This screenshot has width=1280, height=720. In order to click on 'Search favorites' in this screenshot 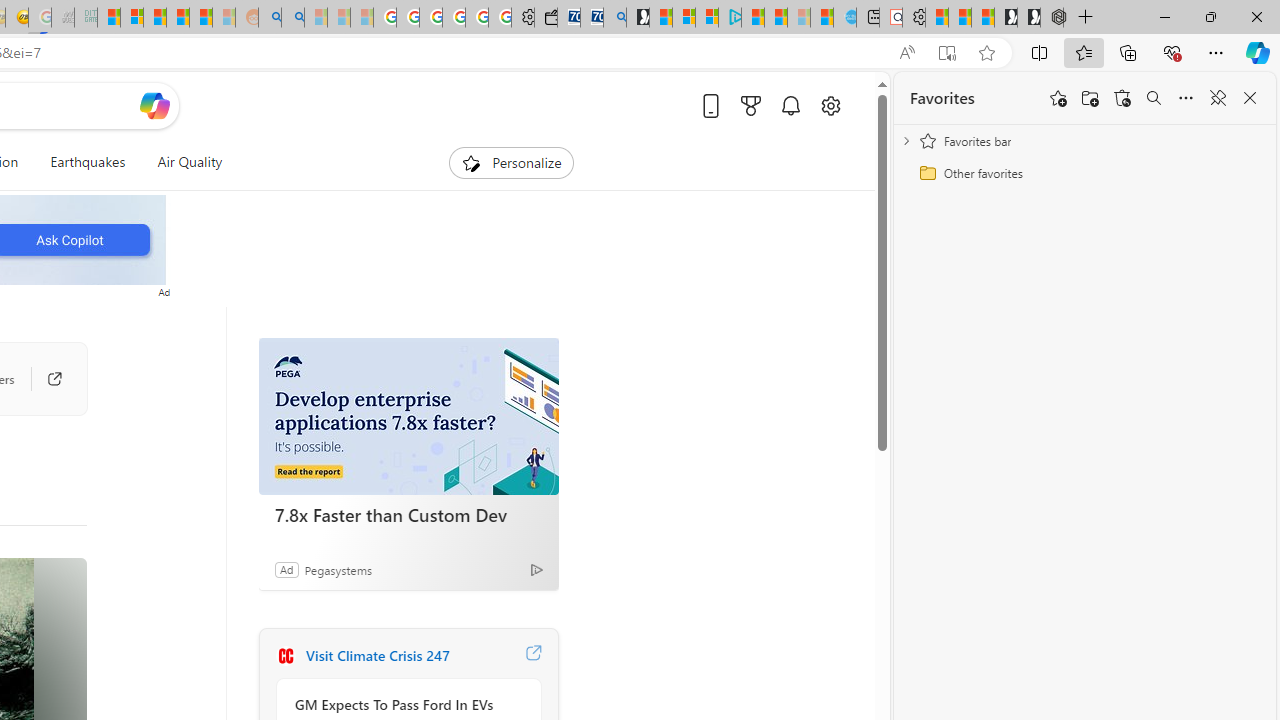, I will do `click(1153, 98)`.